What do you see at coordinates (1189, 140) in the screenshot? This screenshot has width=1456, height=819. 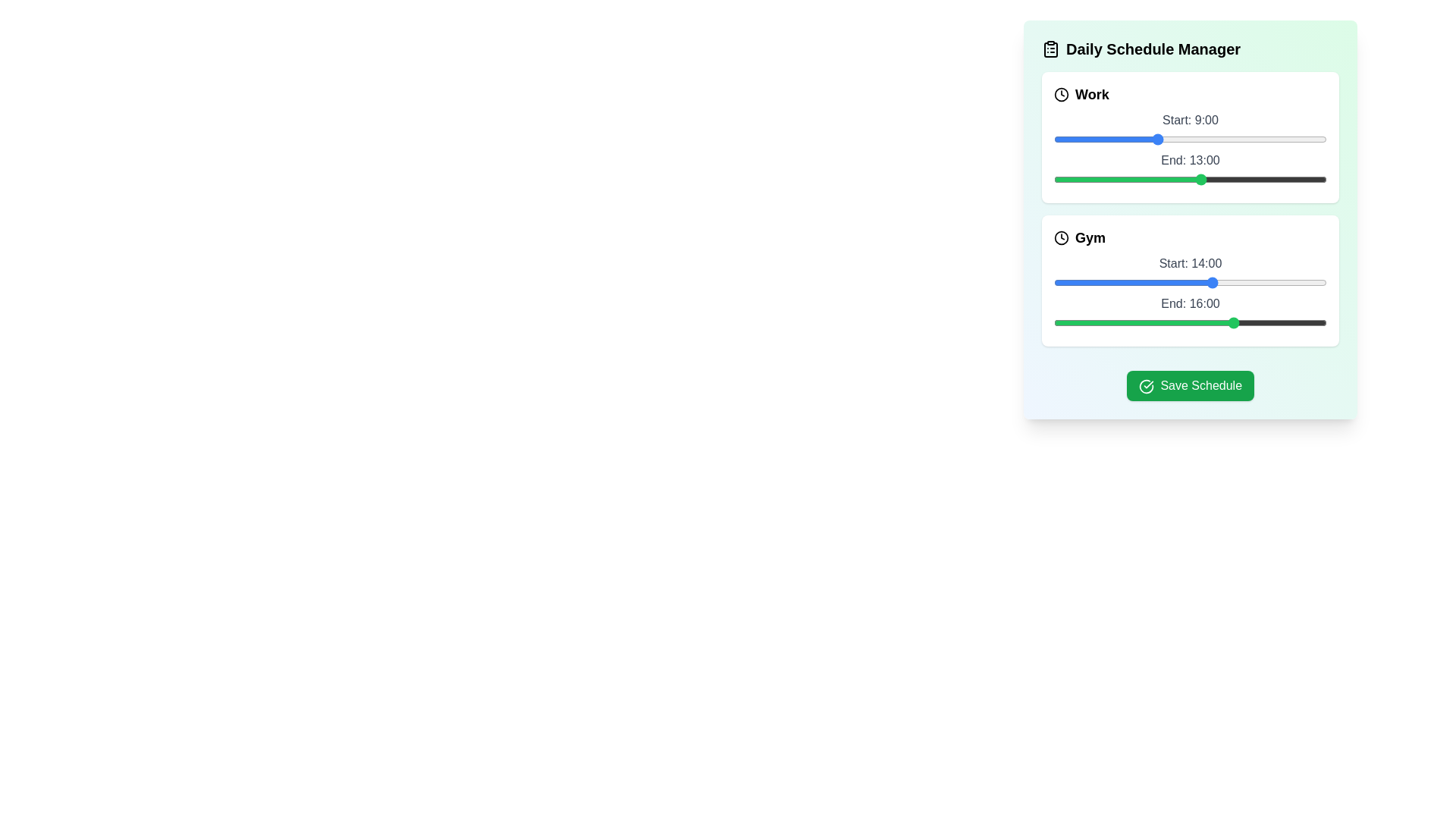 I see `the start time of the 'Work' task to 12 hours using the slider` at bounding box center [1189, 140].